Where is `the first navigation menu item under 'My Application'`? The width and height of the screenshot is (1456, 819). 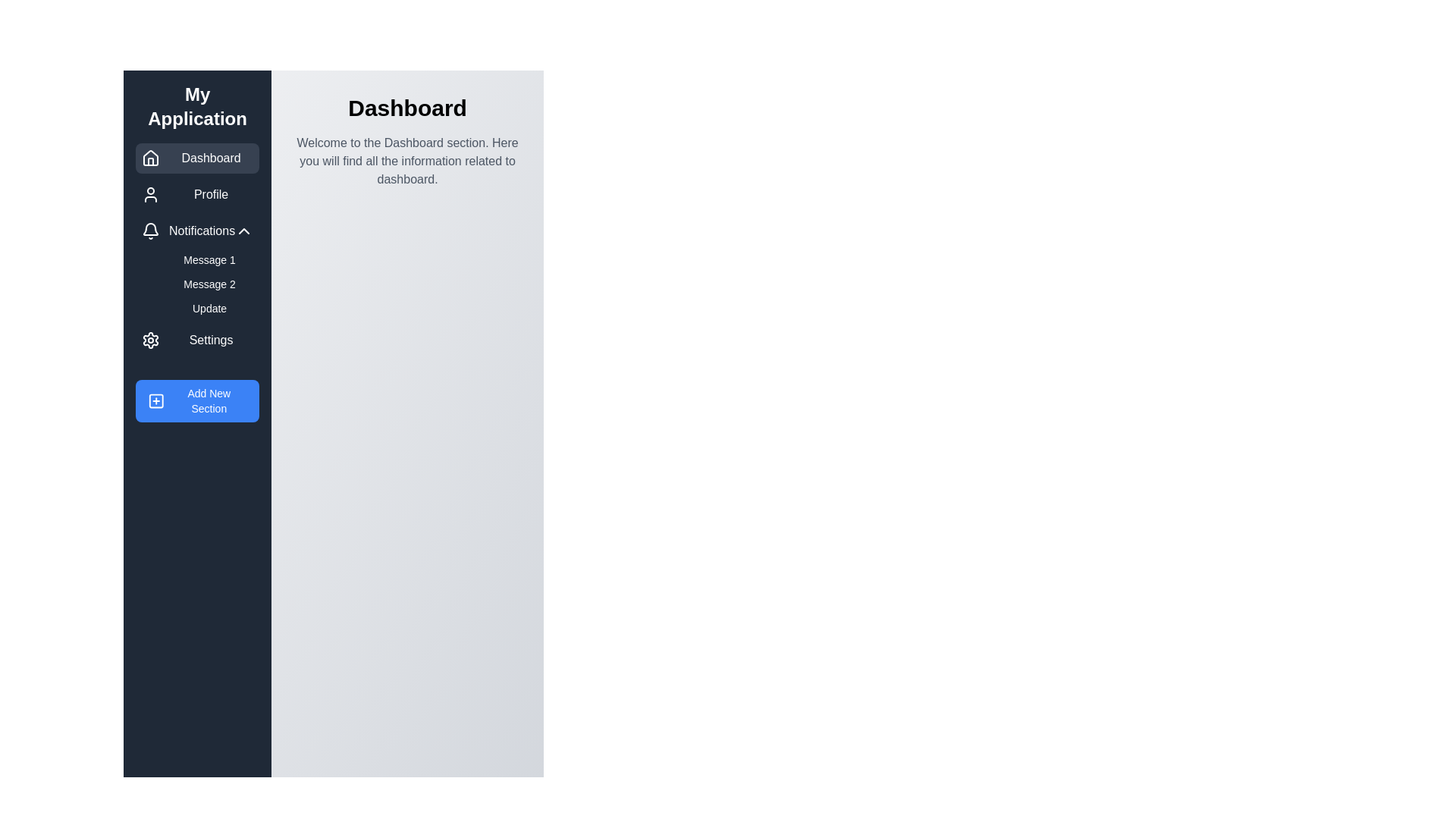
the first navigation menu item under 'My Application' is located at coordinates (196, 158).